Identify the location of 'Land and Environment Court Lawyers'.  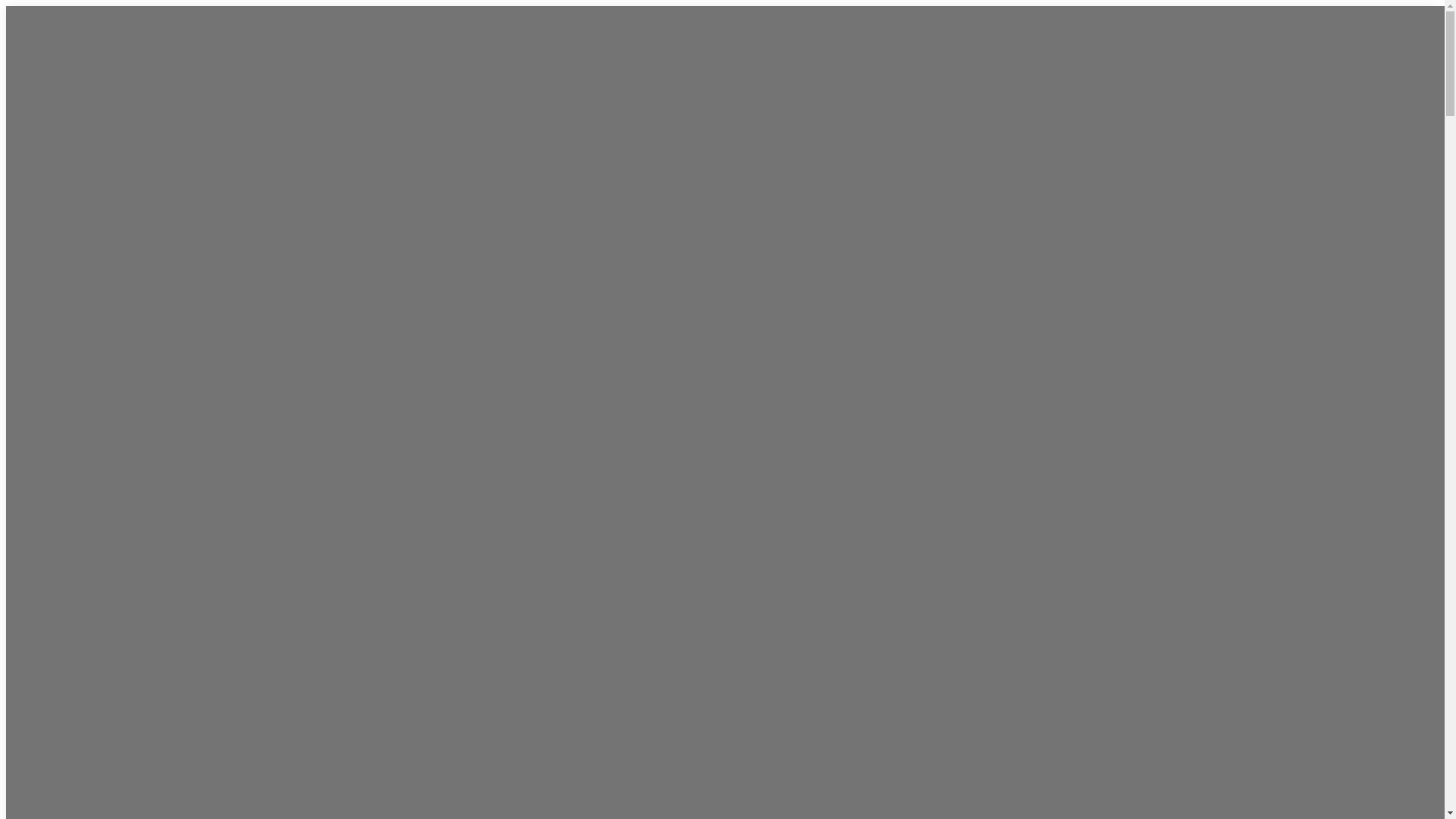
(704, 128).